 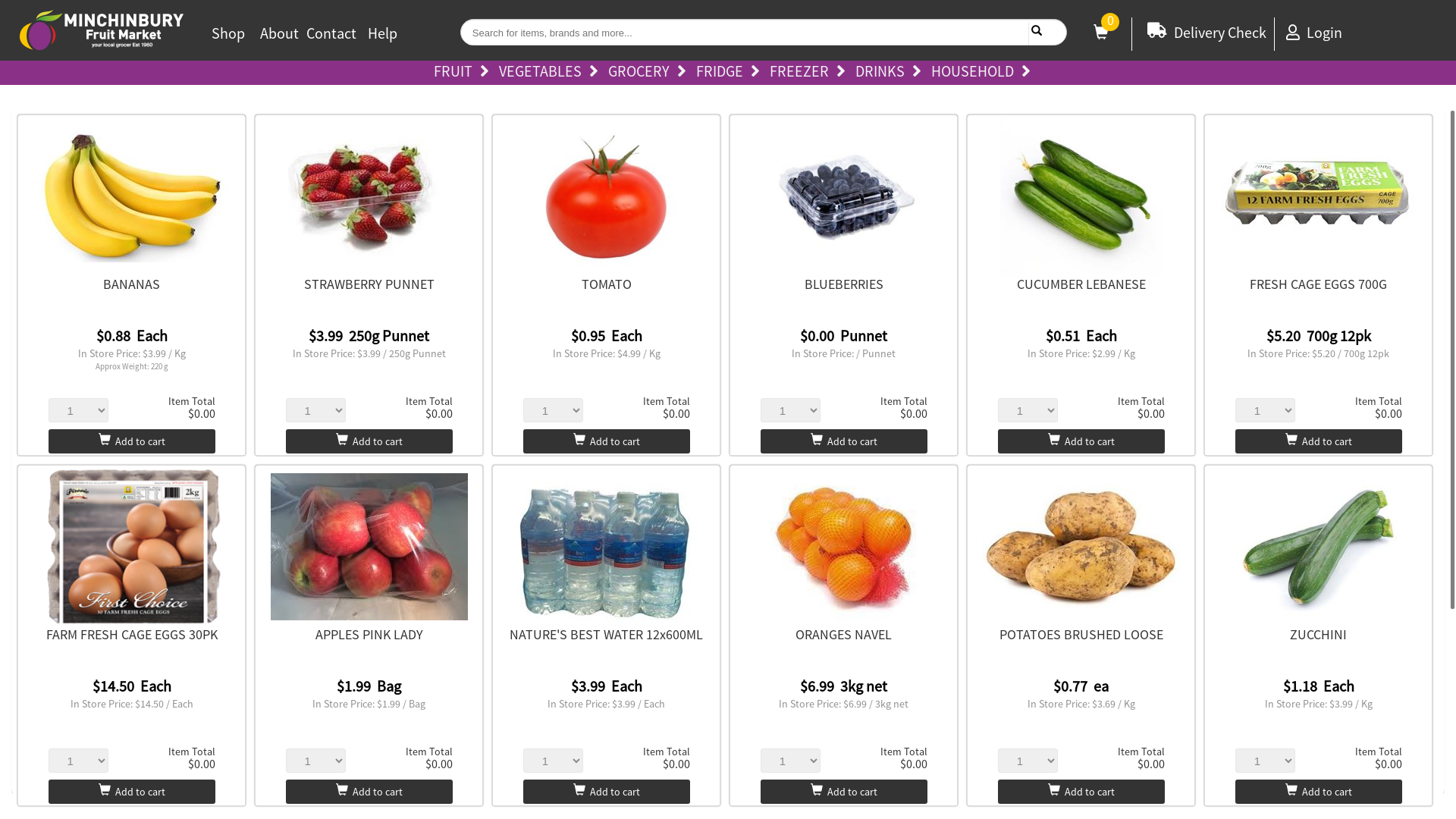 What do you see at coordinates (1080, 547) in the screenshot?
I see `'Show details for POTATOES BRUSHED LOOSE'` at bounding box center [1080, 547].